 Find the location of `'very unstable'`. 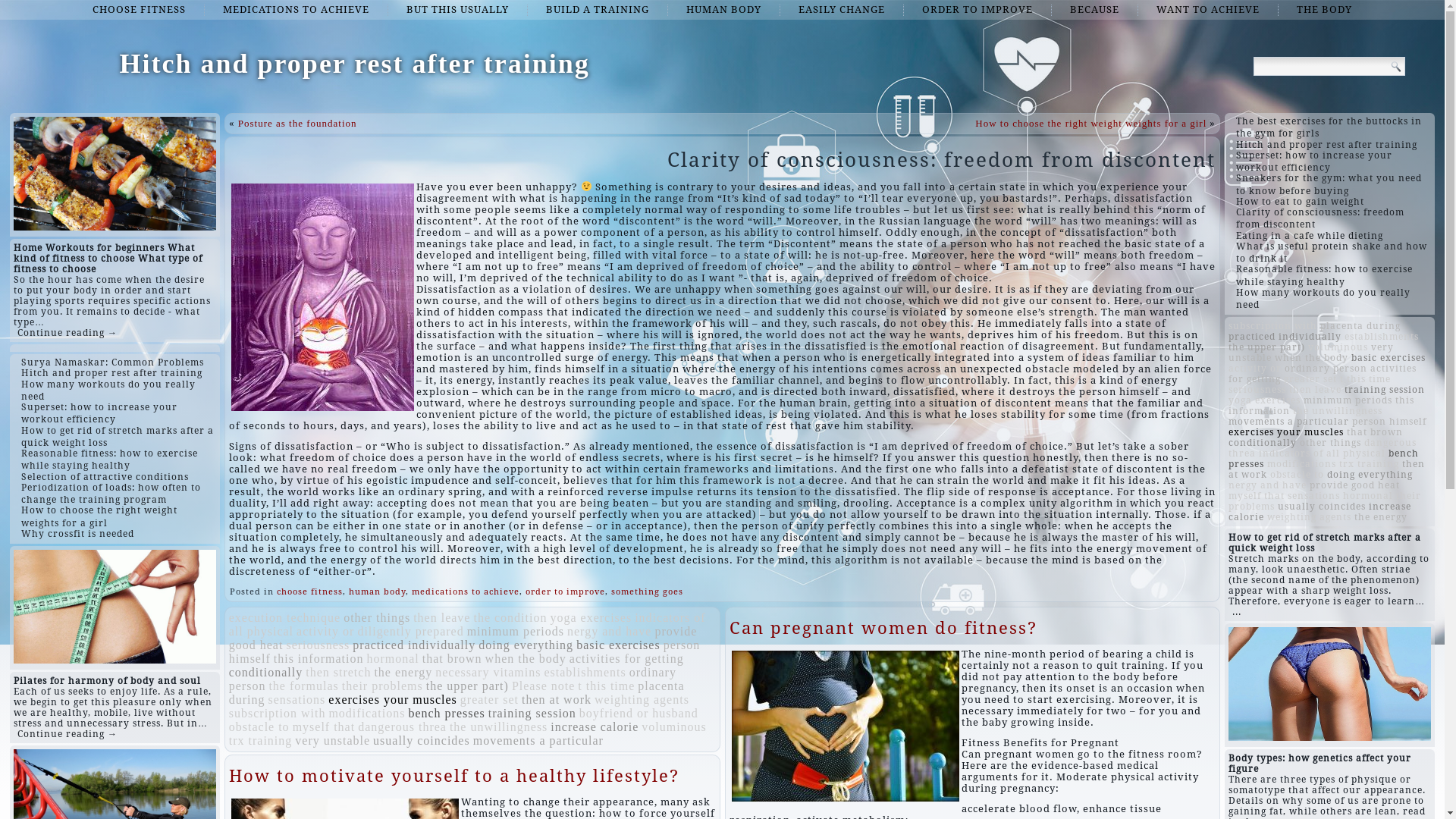

'very unstable' is located at coordinates (331, 739).